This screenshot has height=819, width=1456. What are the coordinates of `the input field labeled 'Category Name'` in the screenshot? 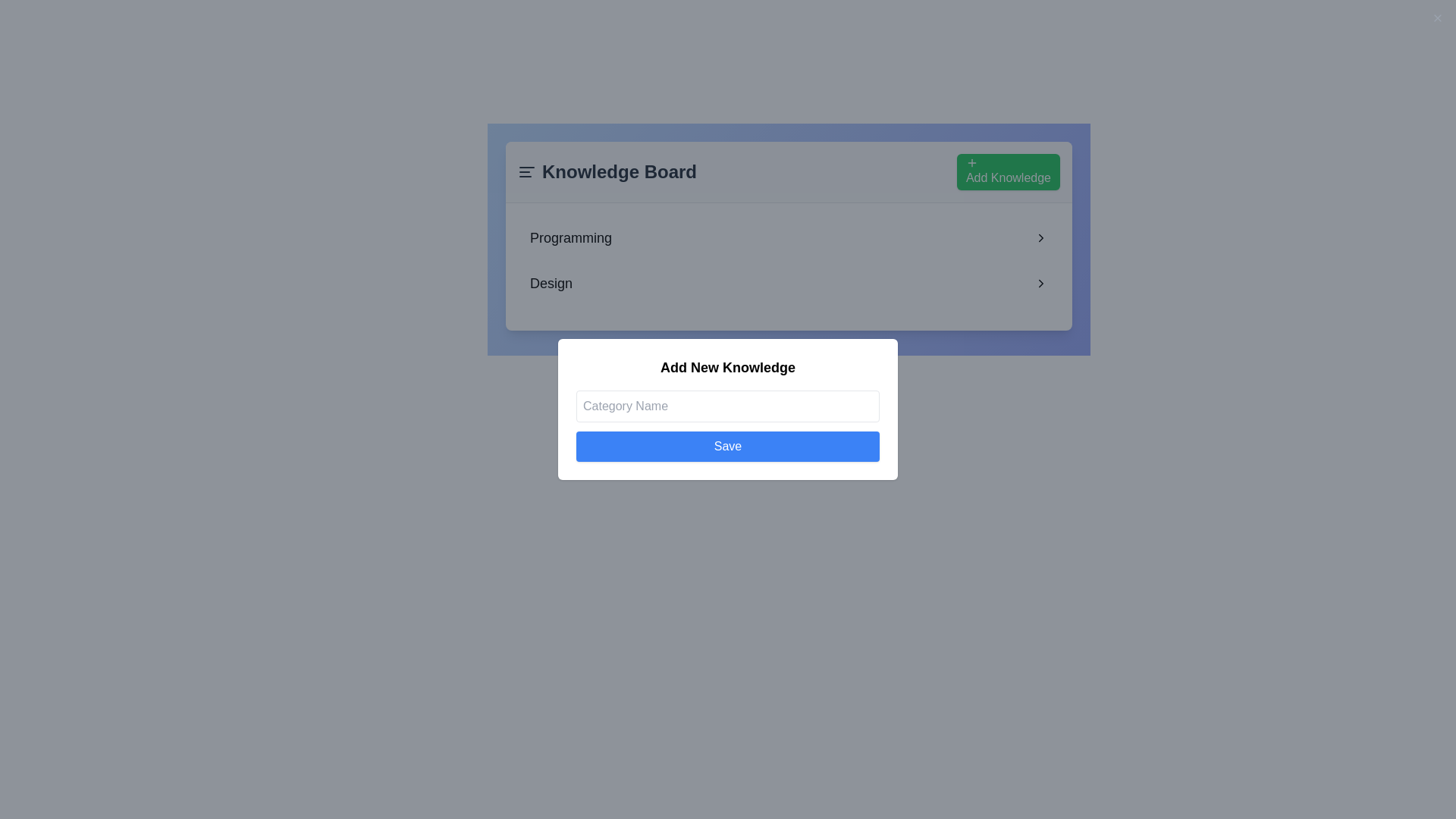 It's located at (728, 406).